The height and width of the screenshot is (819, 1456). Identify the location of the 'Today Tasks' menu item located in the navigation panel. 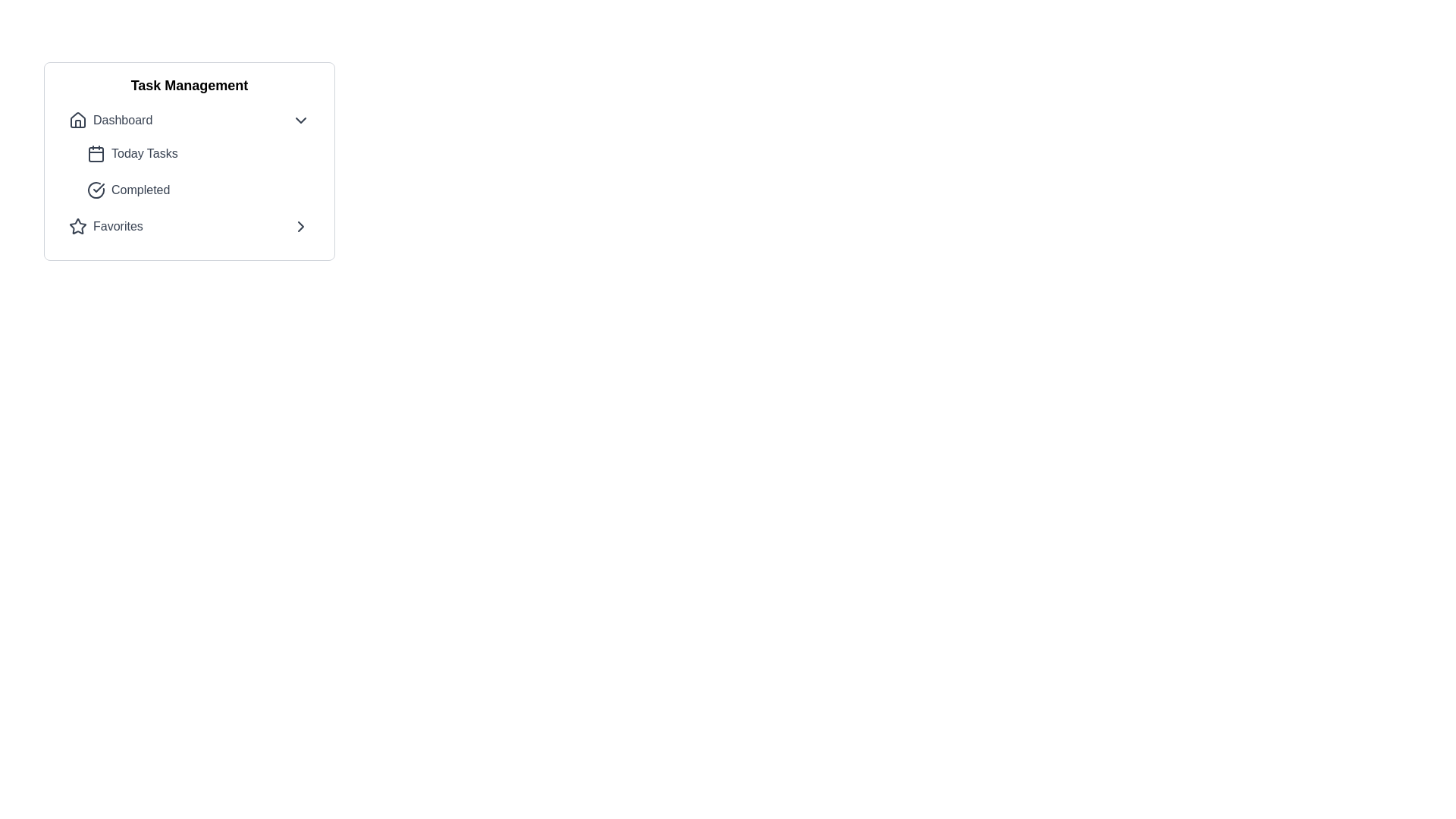
(188, 155).